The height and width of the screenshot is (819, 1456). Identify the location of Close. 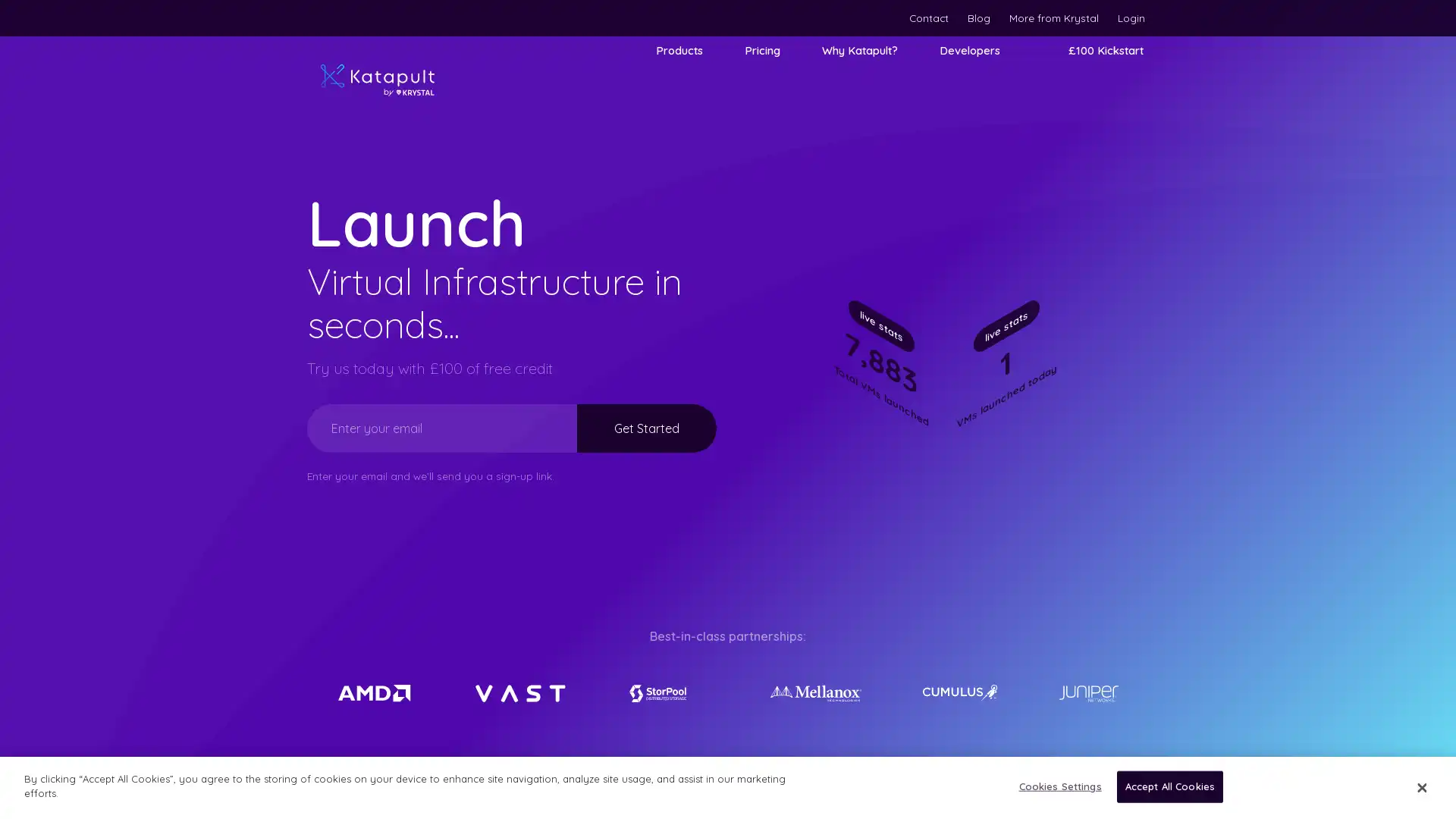
(1420, 786).